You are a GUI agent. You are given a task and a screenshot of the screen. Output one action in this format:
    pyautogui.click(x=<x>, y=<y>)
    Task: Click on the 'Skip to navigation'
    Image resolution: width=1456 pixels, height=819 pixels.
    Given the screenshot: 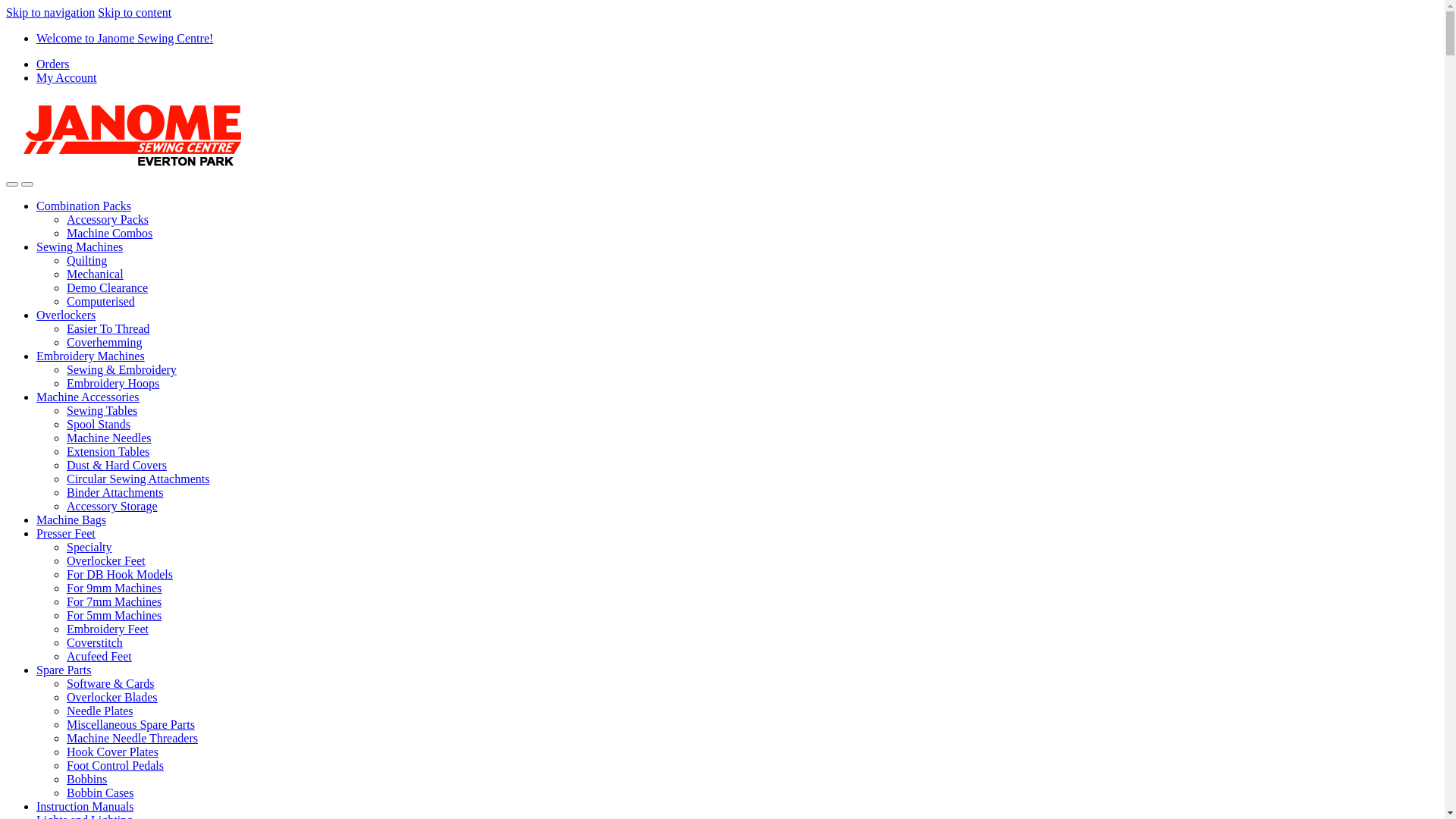 What is the action you would take?
    pyautogui.click(x=50, y=12)
    